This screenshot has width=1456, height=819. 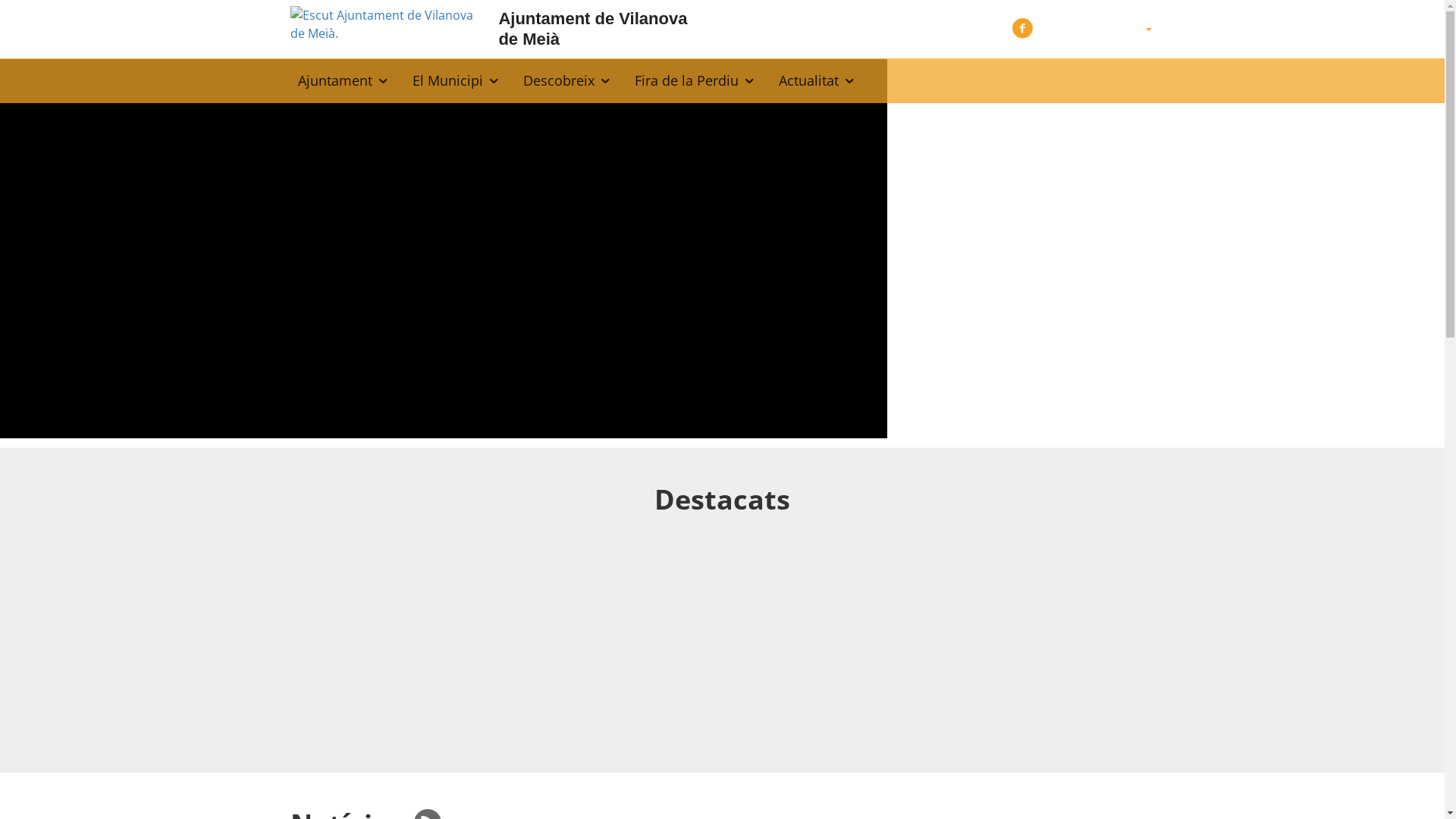 I want to click on 'https://www.facebook.com/AjuntamentVilanovadeMeia', so click(x=1022, y=27).